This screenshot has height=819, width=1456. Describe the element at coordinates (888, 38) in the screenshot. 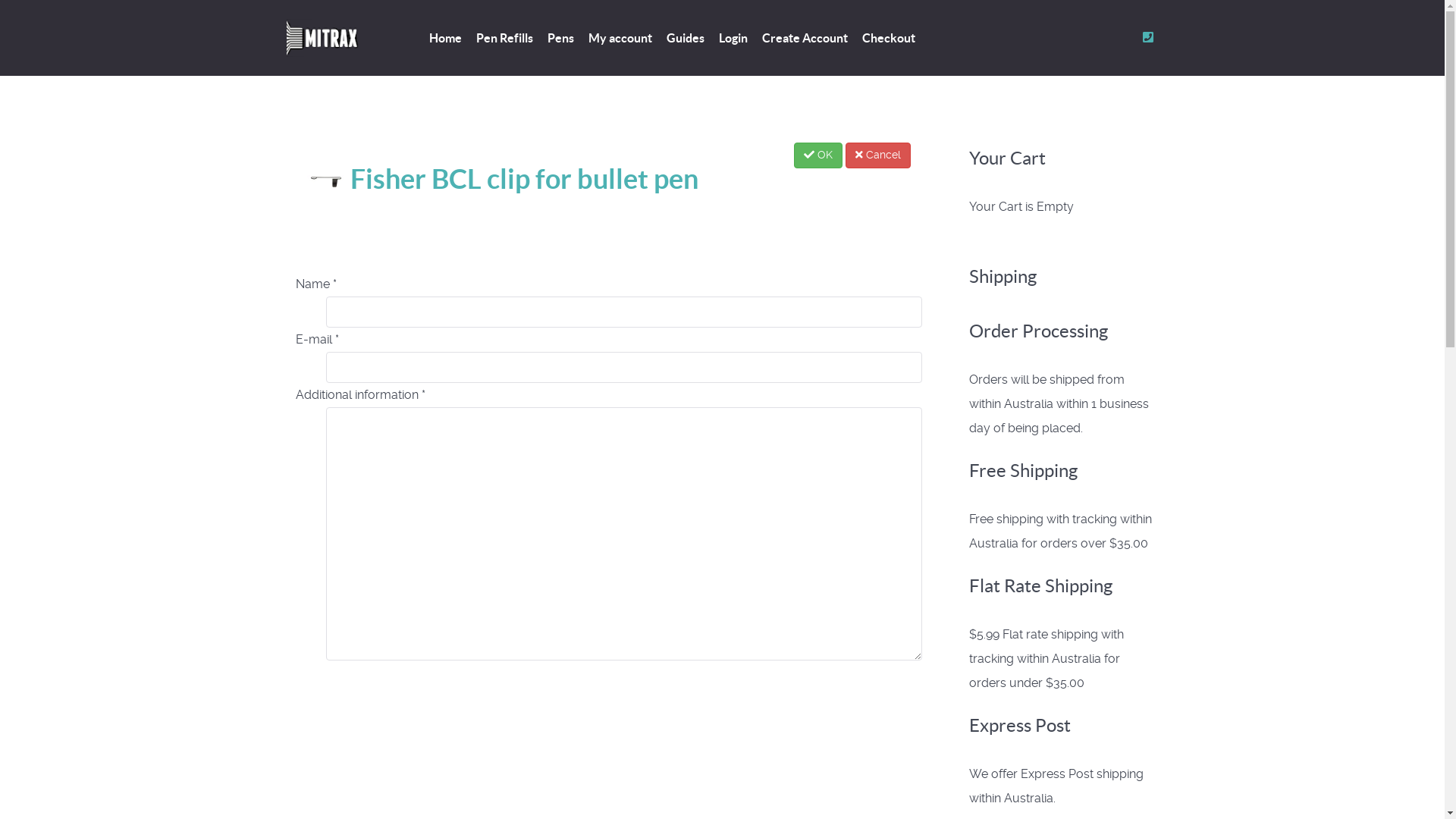

I see `'Checkout'` at that location.